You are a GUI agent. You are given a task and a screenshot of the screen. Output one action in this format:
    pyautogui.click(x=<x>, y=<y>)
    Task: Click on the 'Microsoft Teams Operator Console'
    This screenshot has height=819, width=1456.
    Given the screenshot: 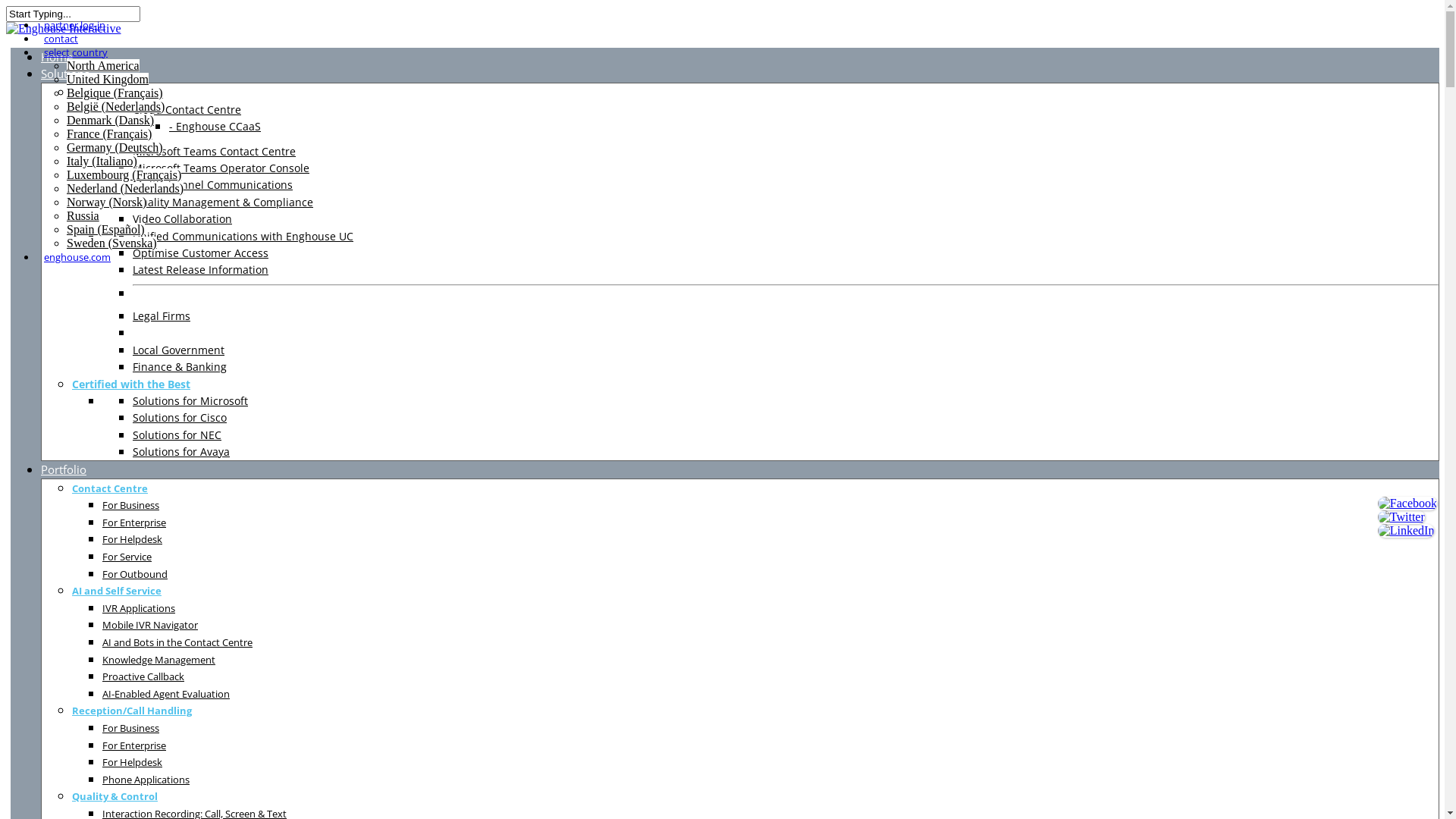 What is the action you would take?
    pyautogui.click(x=132, y=168)
    